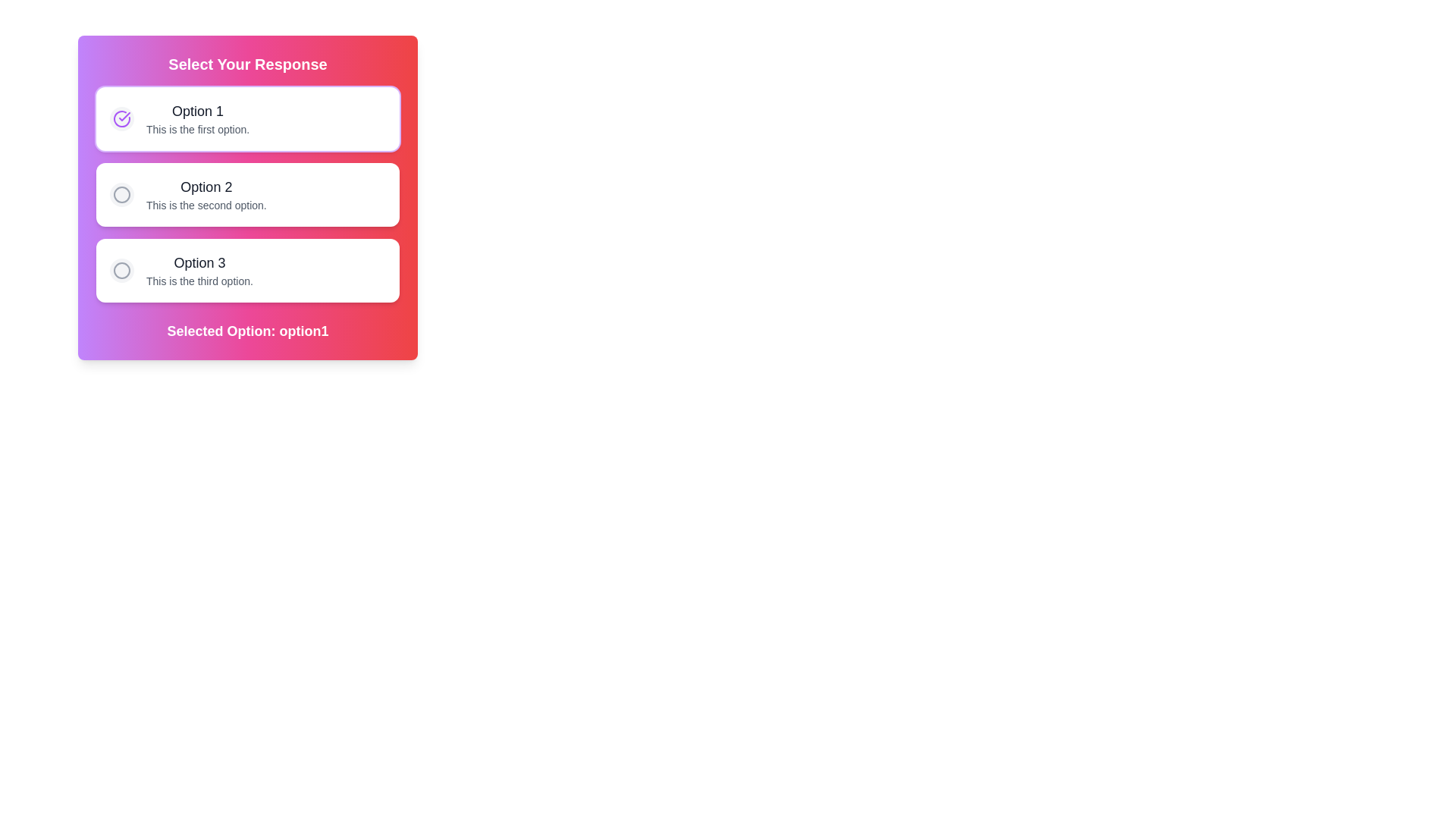  Describe the element at coordinates (199, 262) in the screenshot. I see `the text label 'Option 3' which serves as the title for the third selection option in a multiple choice interface` at that location.